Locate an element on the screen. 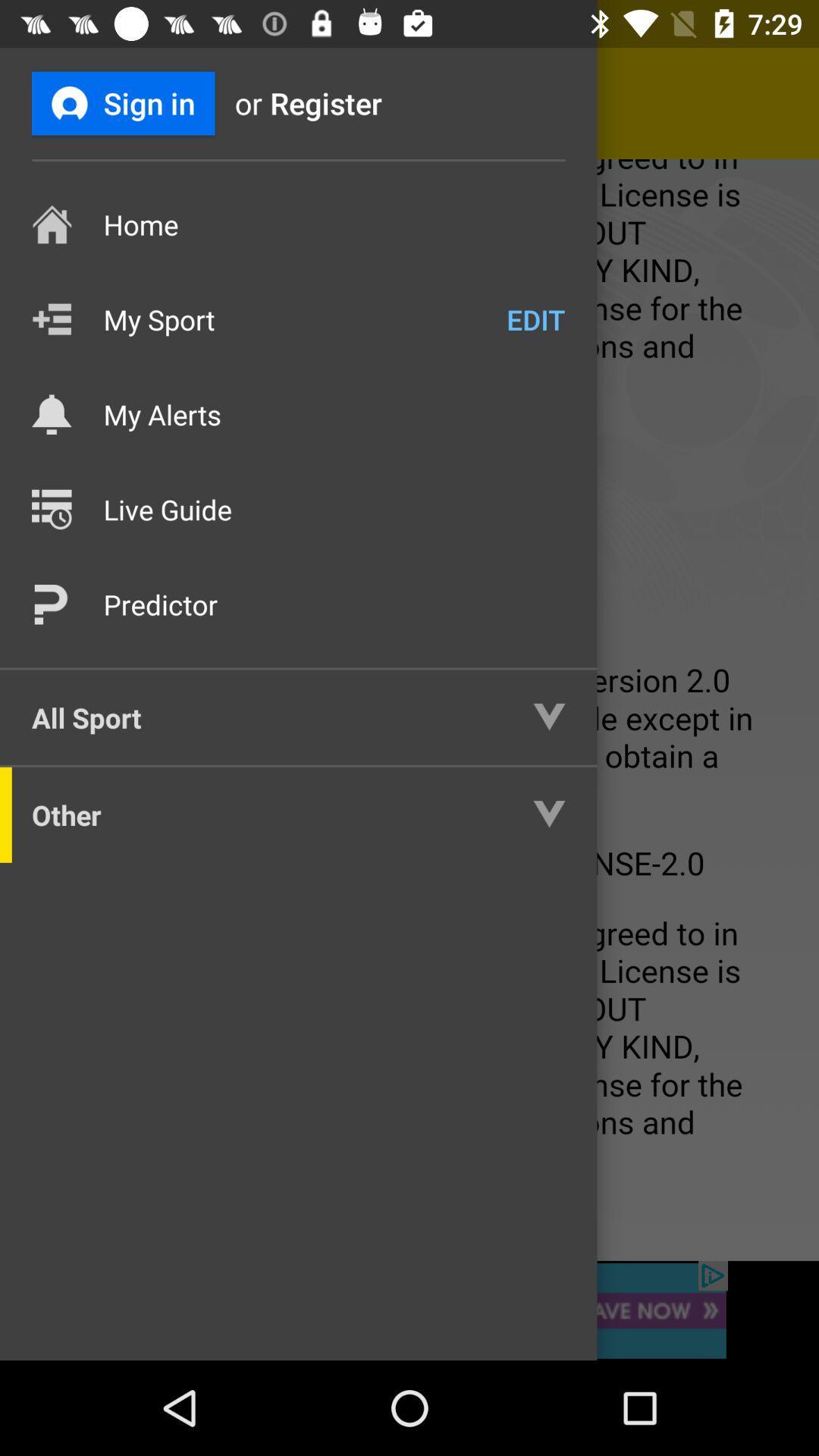 The height and width of the screenshot is (1456, 819). the sign in item is located at coordinates (122, 102).